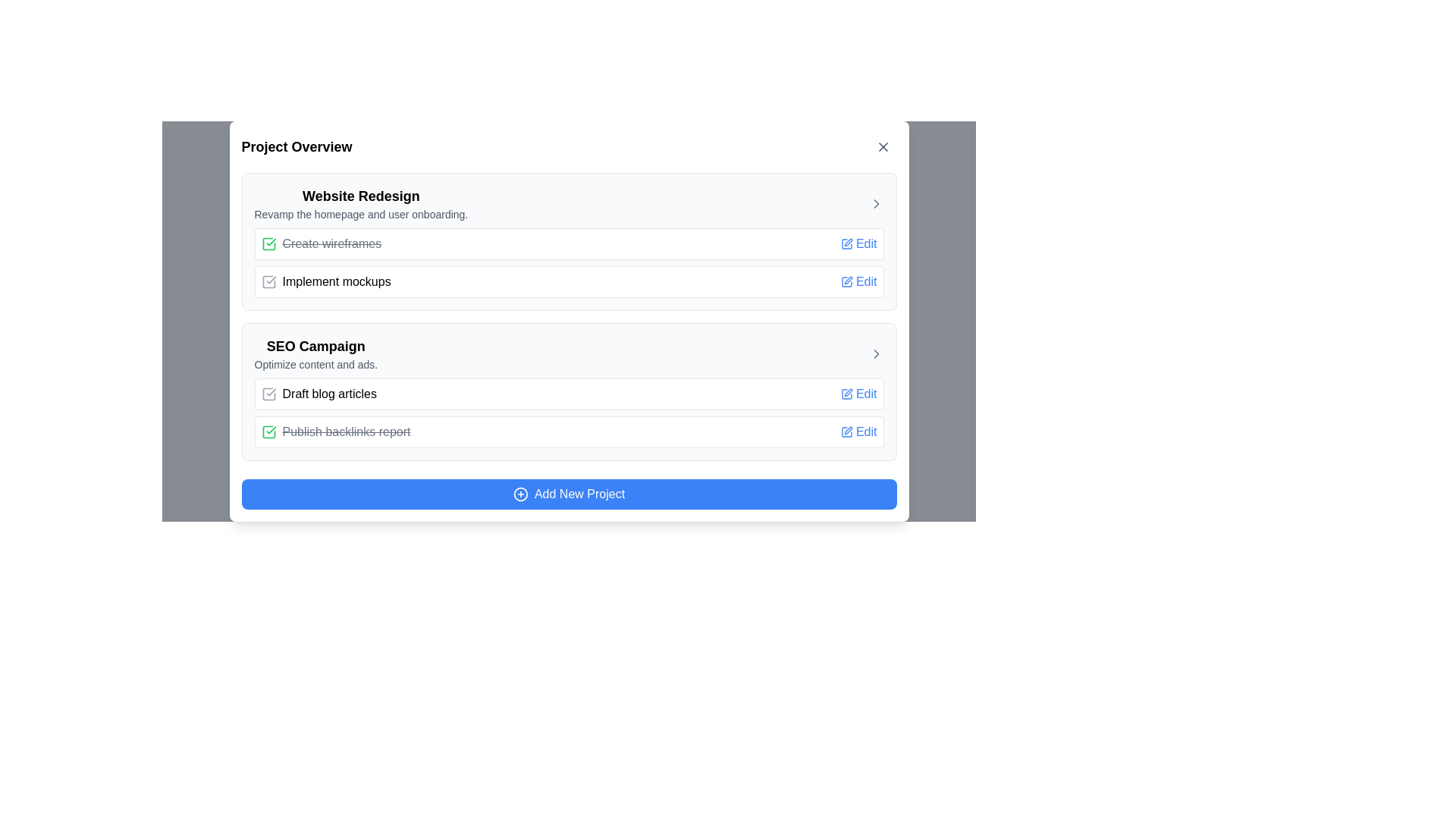 The image size is (1456, 819). What do you see at coordinates (268, 432) in the screenshot?
I see `the checkbox located in the 'SEO Campaign' section next to the text 'Publish backlinks report'` at bounding box center [268, 432].